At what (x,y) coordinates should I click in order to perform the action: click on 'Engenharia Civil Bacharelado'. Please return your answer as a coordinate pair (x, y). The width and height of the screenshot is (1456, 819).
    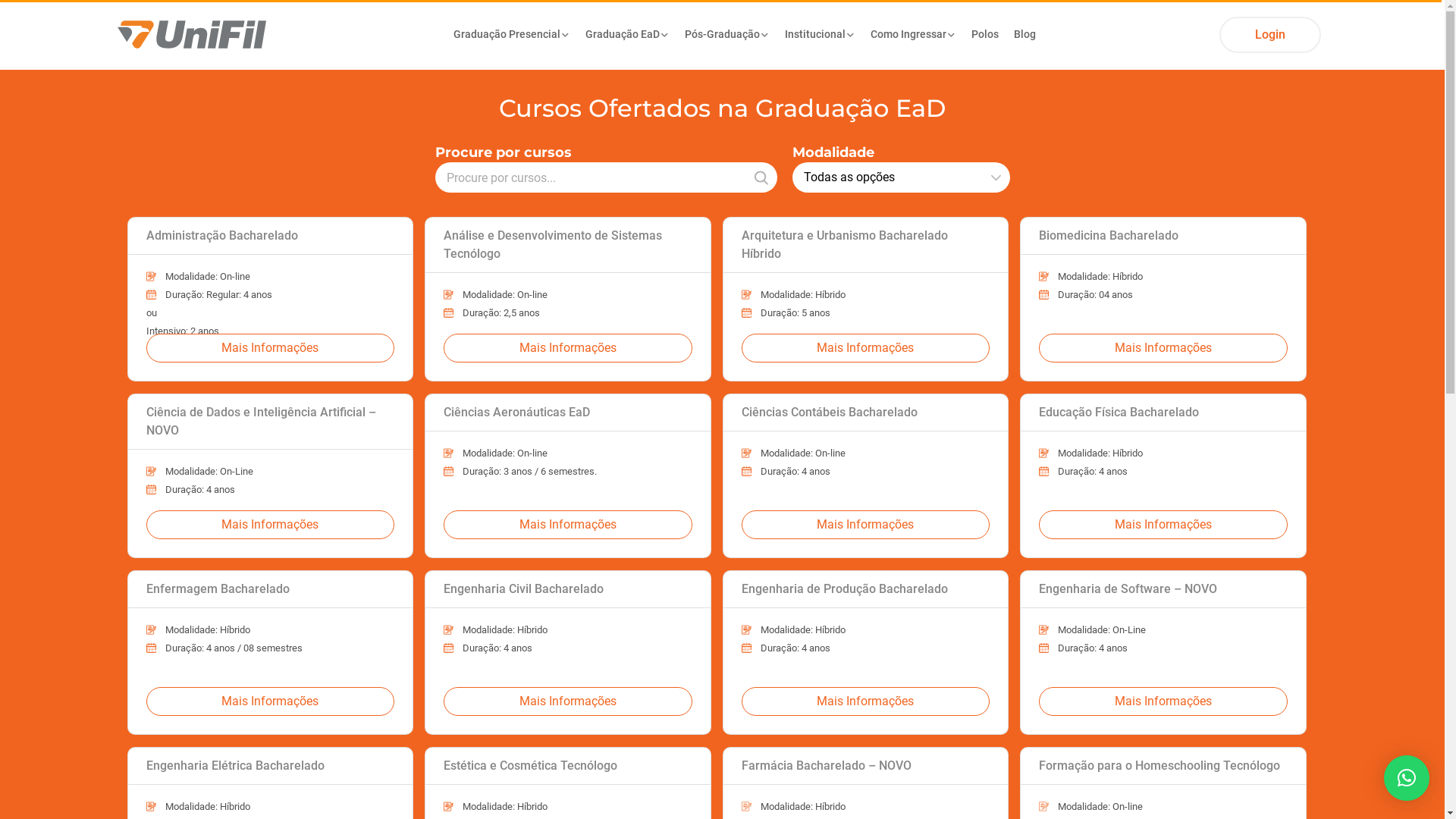
    Looking at the image, I should click on (566, 588).